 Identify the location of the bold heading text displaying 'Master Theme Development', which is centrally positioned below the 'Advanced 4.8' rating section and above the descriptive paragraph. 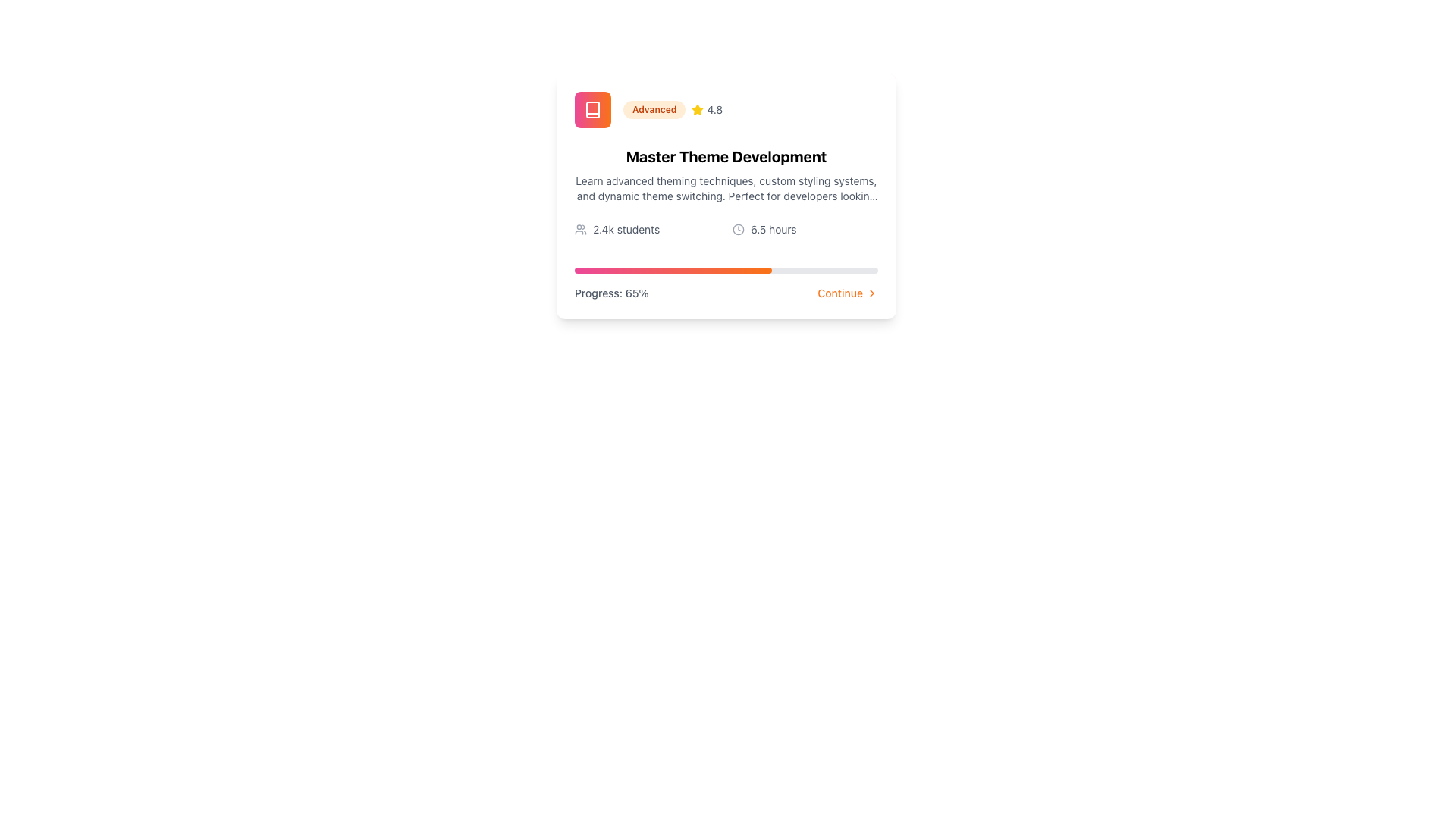
(726, 157).